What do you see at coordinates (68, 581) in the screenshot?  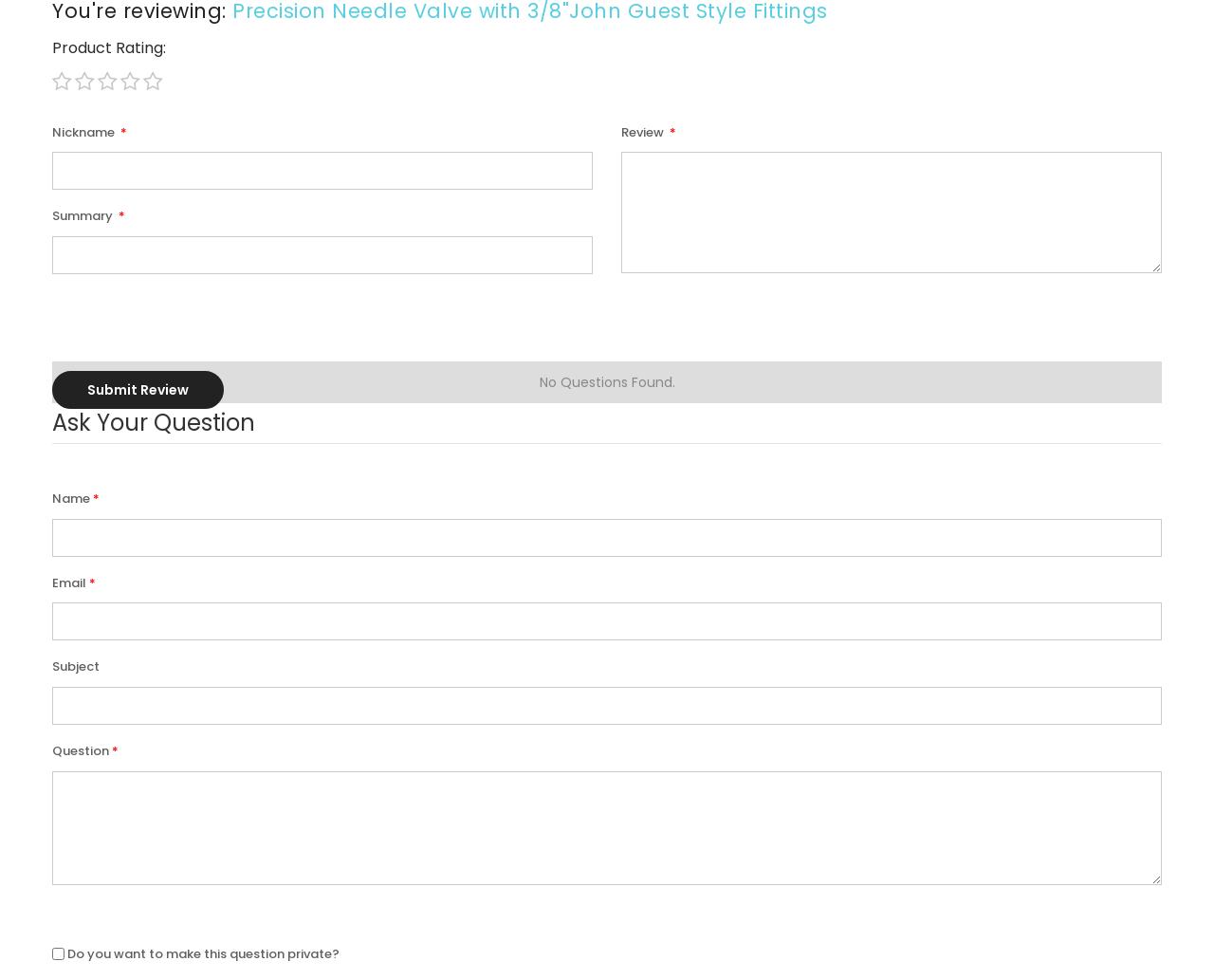 I see `'Email'` at bounding box center [68, 581].